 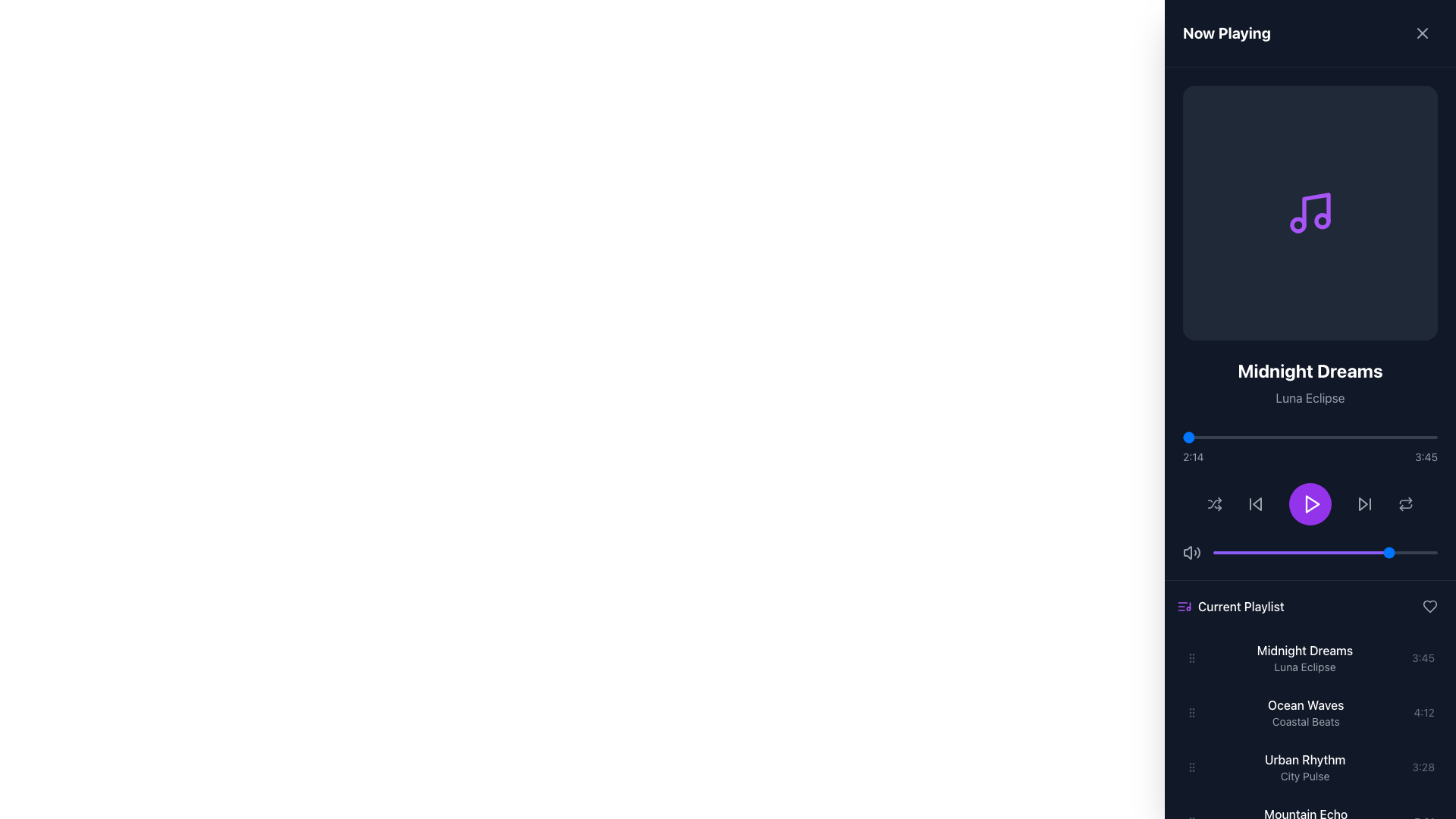 I want to click on the triangular-shaped purple play icon located at the lower center of the interface for visual feedback, so click(x=1312, y=504).